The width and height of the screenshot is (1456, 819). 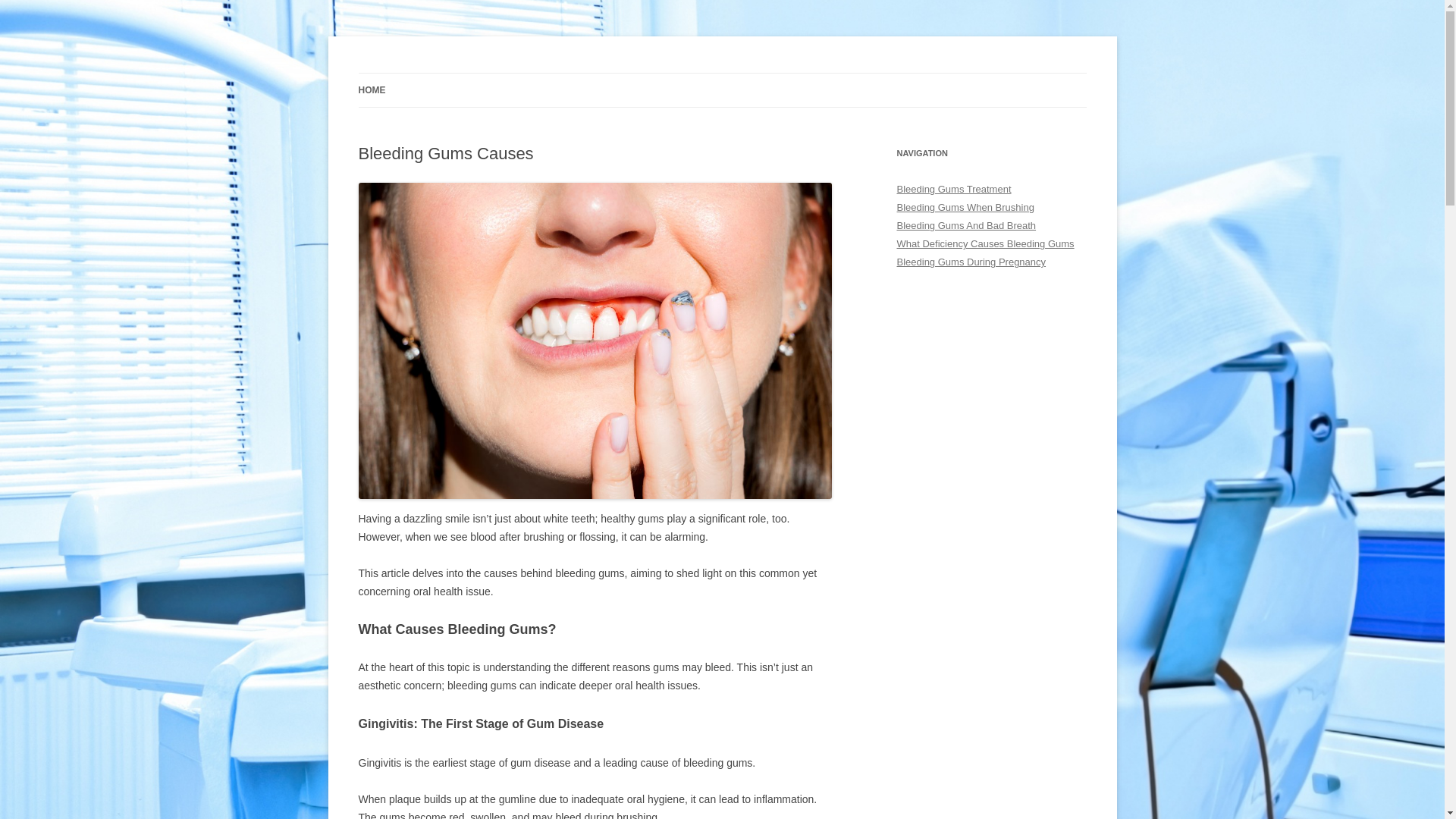 I want to click on 'Bleeding Gums When Brushing', so click(x=964, y=207).